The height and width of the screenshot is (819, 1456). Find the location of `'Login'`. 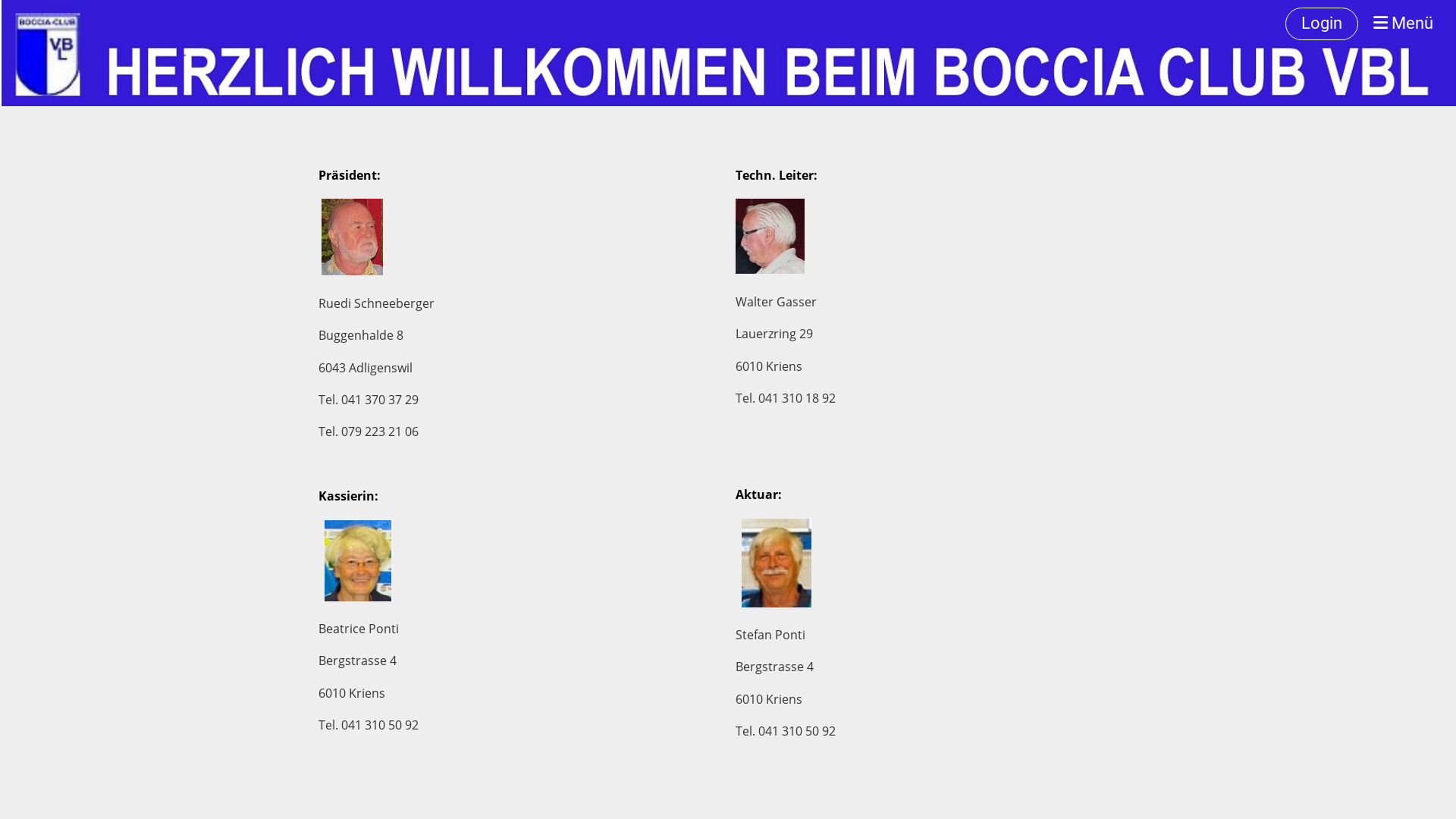

'Login' is located at coordinates (1320, 24).